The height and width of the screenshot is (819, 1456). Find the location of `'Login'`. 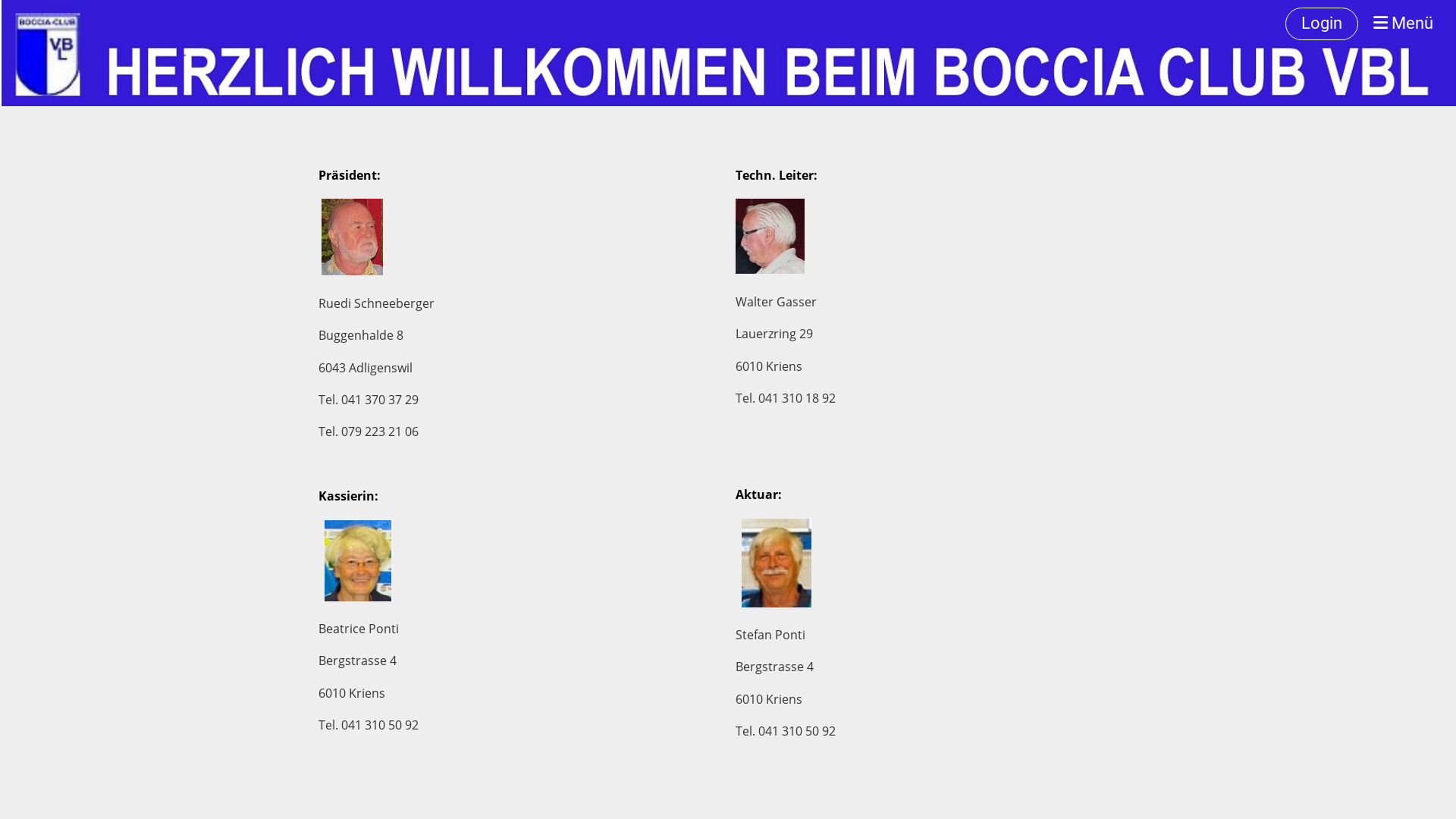

'Login' is located at coordinates (1320, 24).